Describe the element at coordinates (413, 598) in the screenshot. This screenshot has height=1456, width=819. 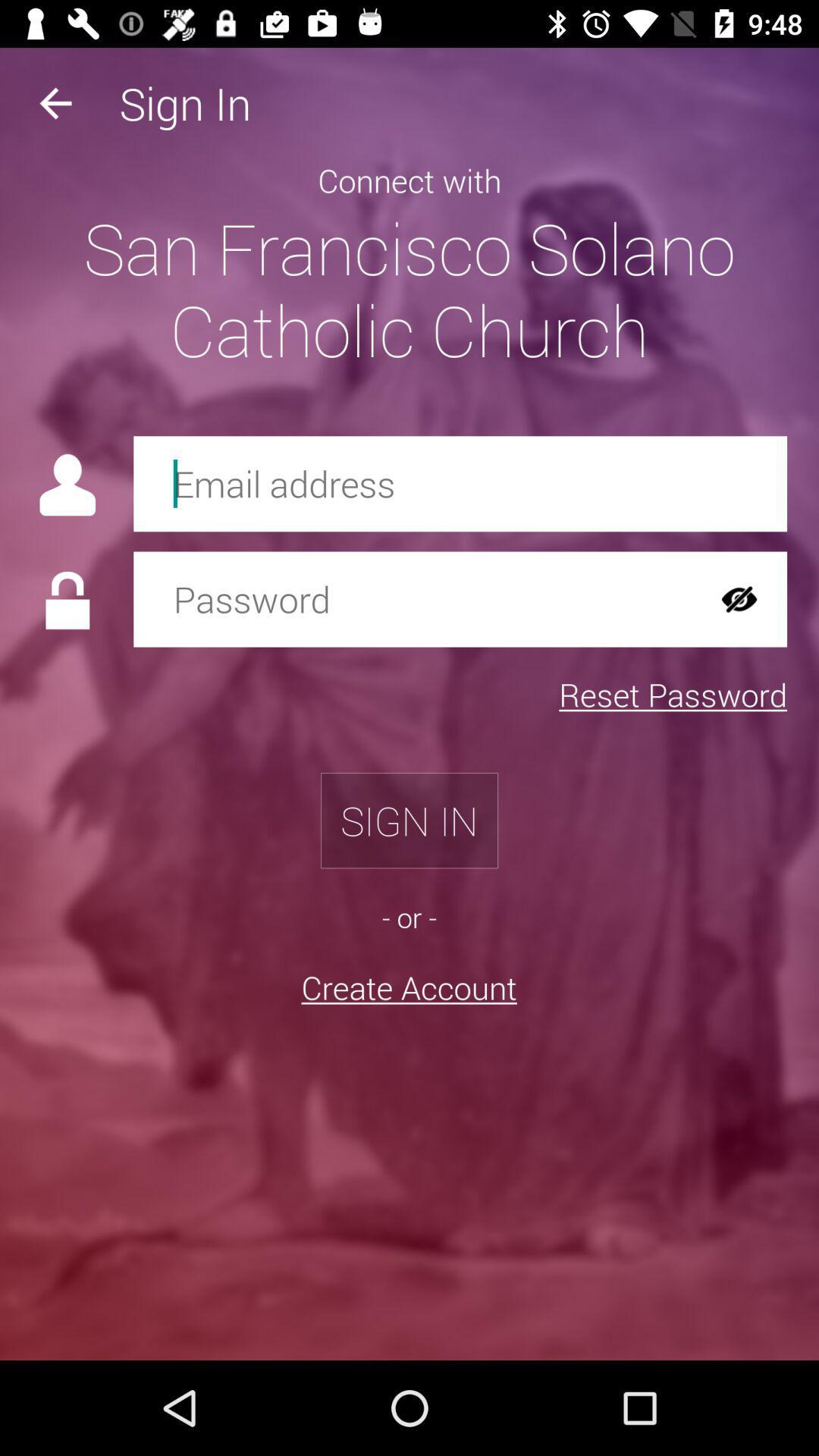
I see `password for email account` at that location.